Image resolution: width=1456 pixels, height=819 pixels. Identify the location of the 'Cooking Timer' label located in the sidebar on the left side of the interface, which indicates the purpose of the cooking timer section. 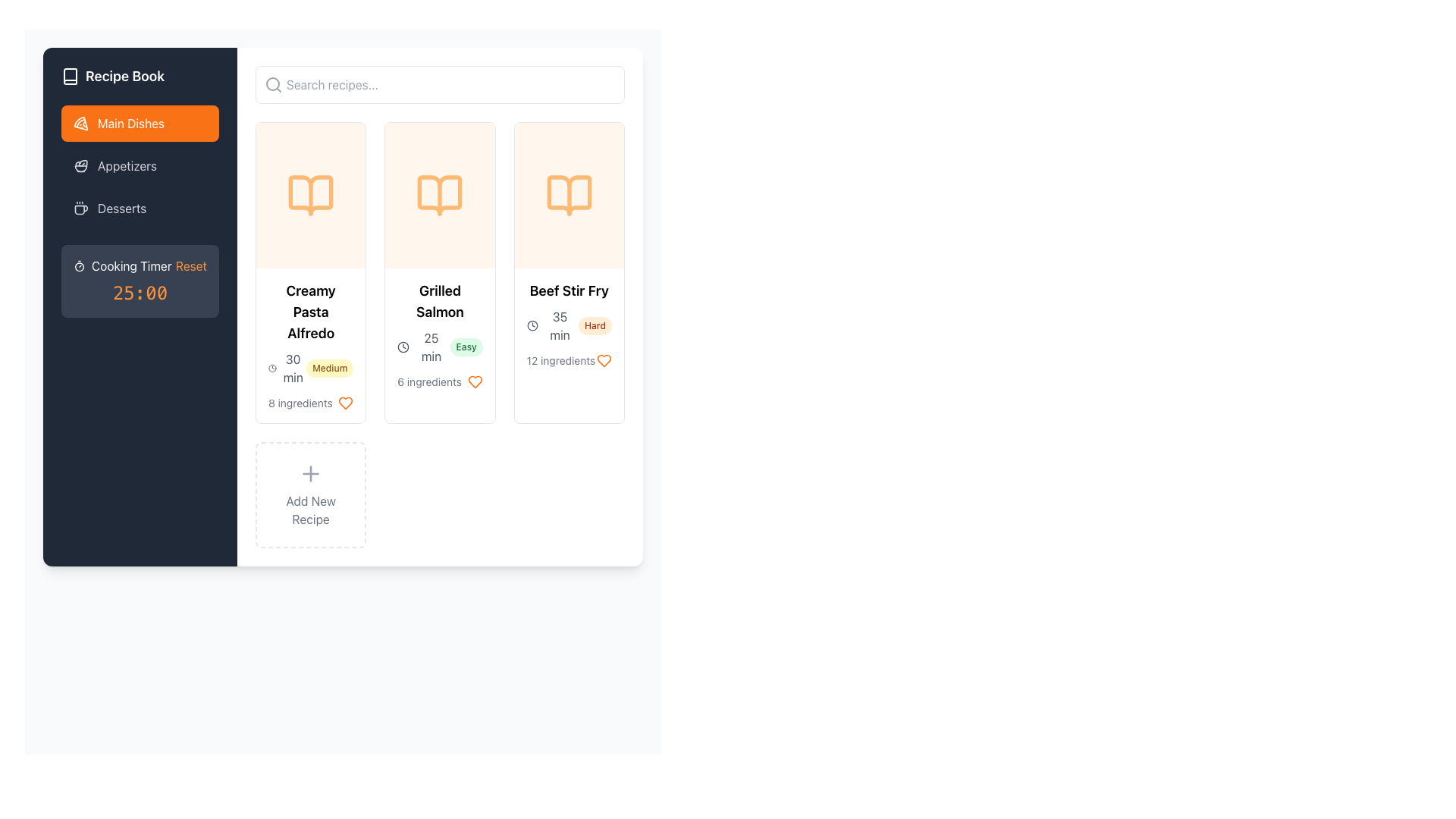
(122, 265).